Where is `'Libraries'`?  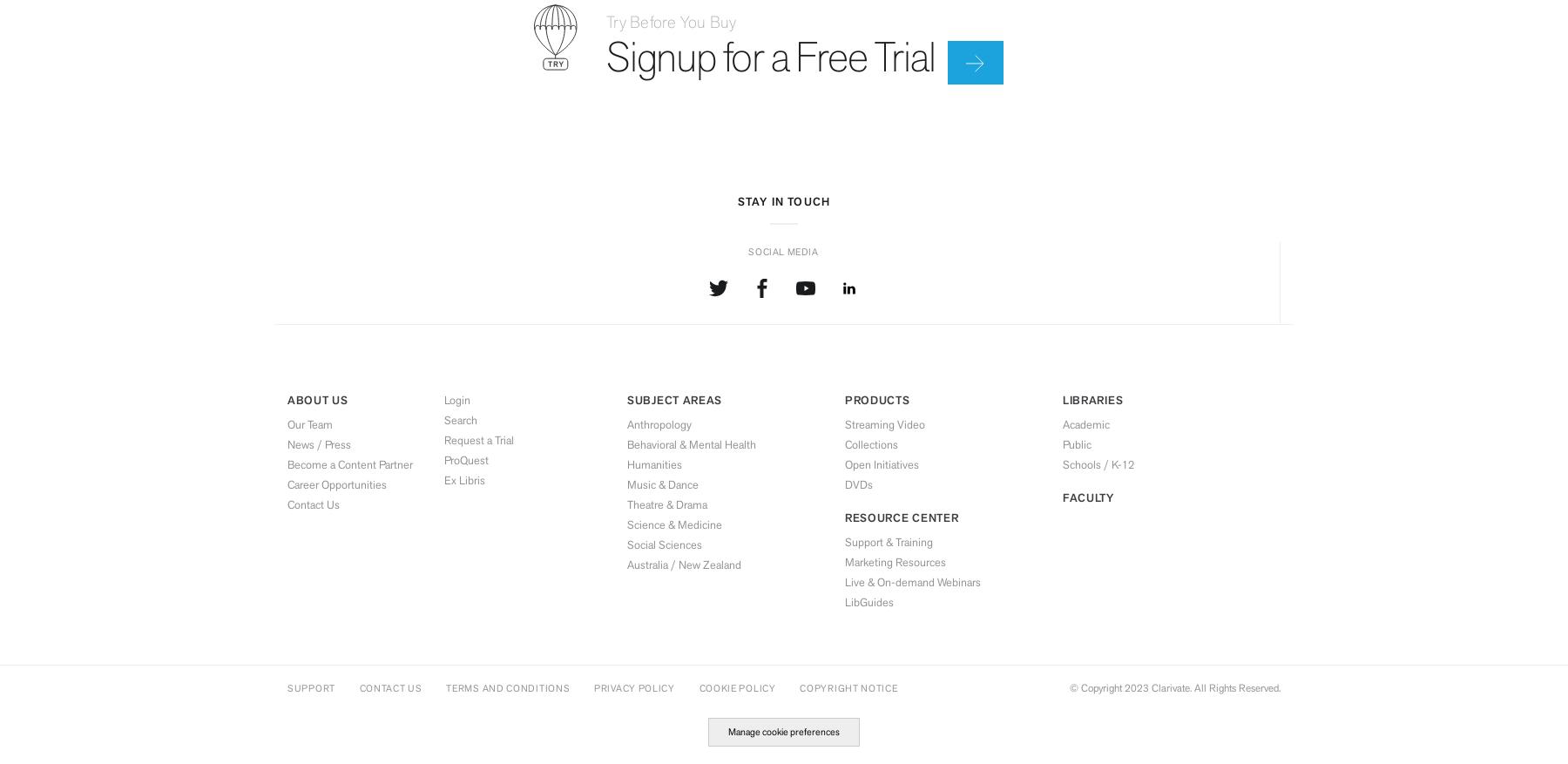 'Libraries' is located at coordinates (1092, 399).